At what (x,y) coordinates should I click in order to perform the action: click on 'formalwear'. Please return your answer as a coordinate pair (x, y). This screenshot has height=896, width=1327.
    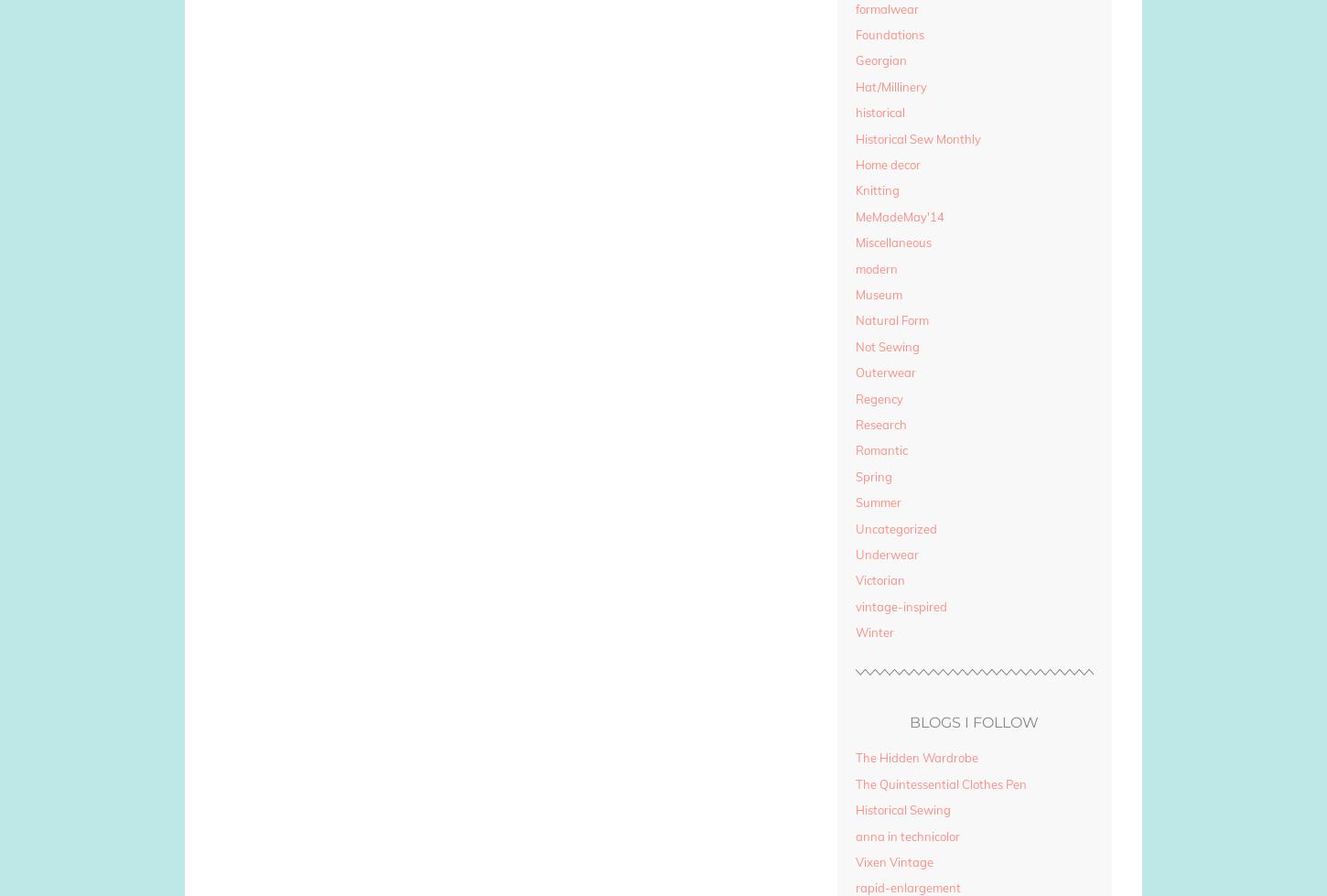
    Looking at the image, I should click on (886, 8).